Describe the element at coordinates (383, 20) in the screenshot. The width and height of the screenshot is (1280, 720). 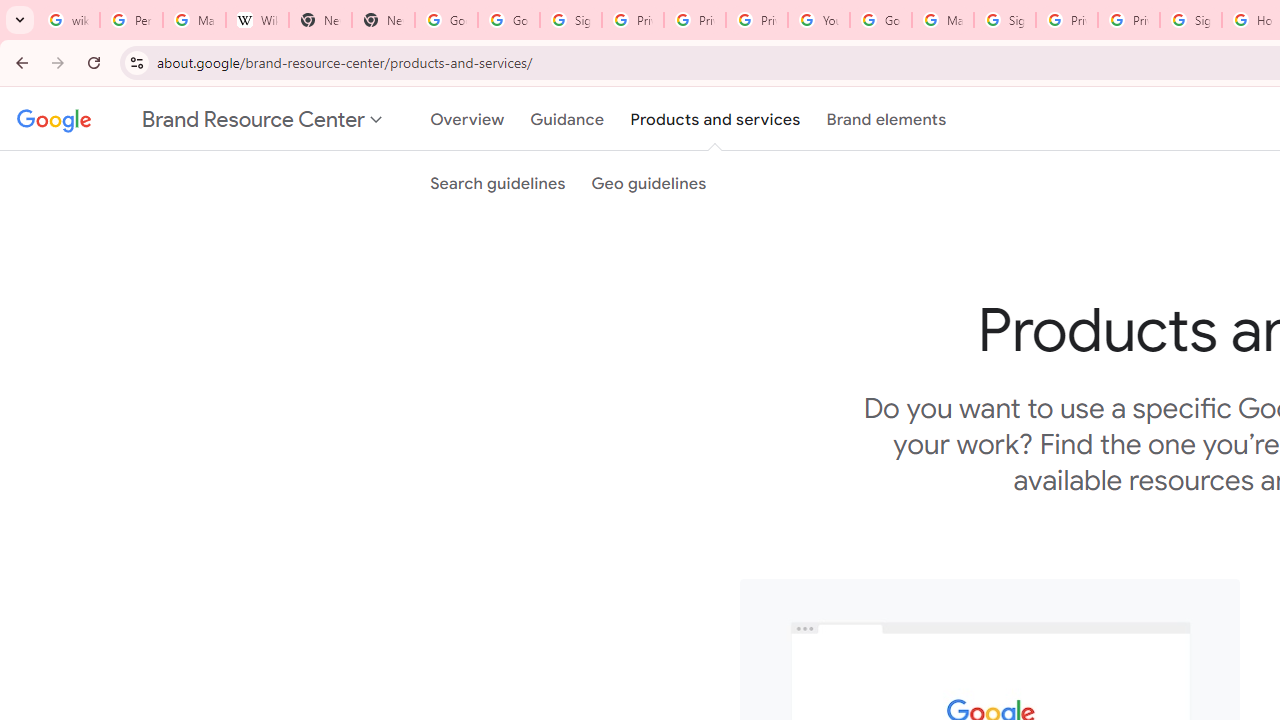
I see `'New Tab'` at that location.